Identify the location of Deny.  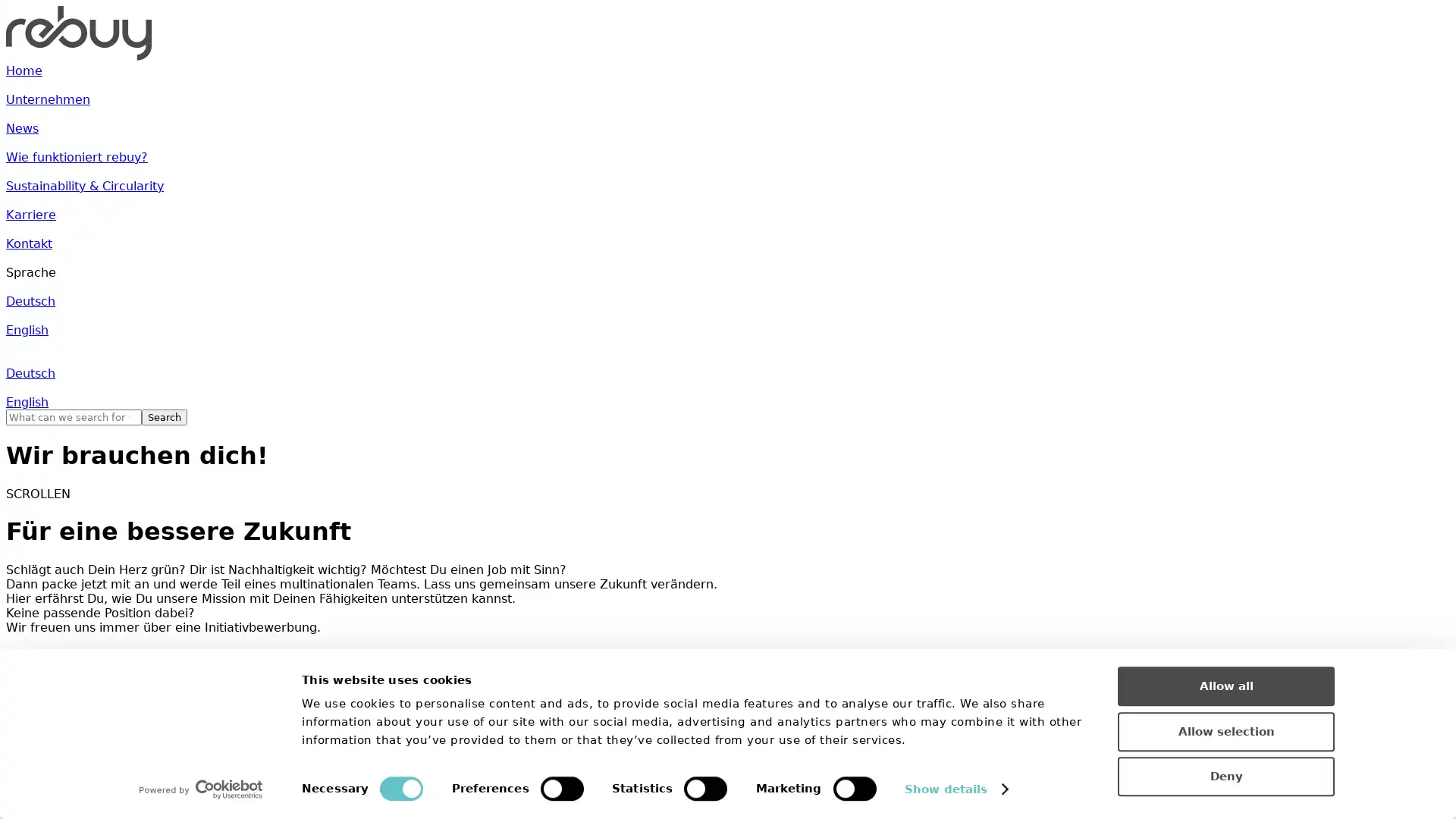
(1226, 778).